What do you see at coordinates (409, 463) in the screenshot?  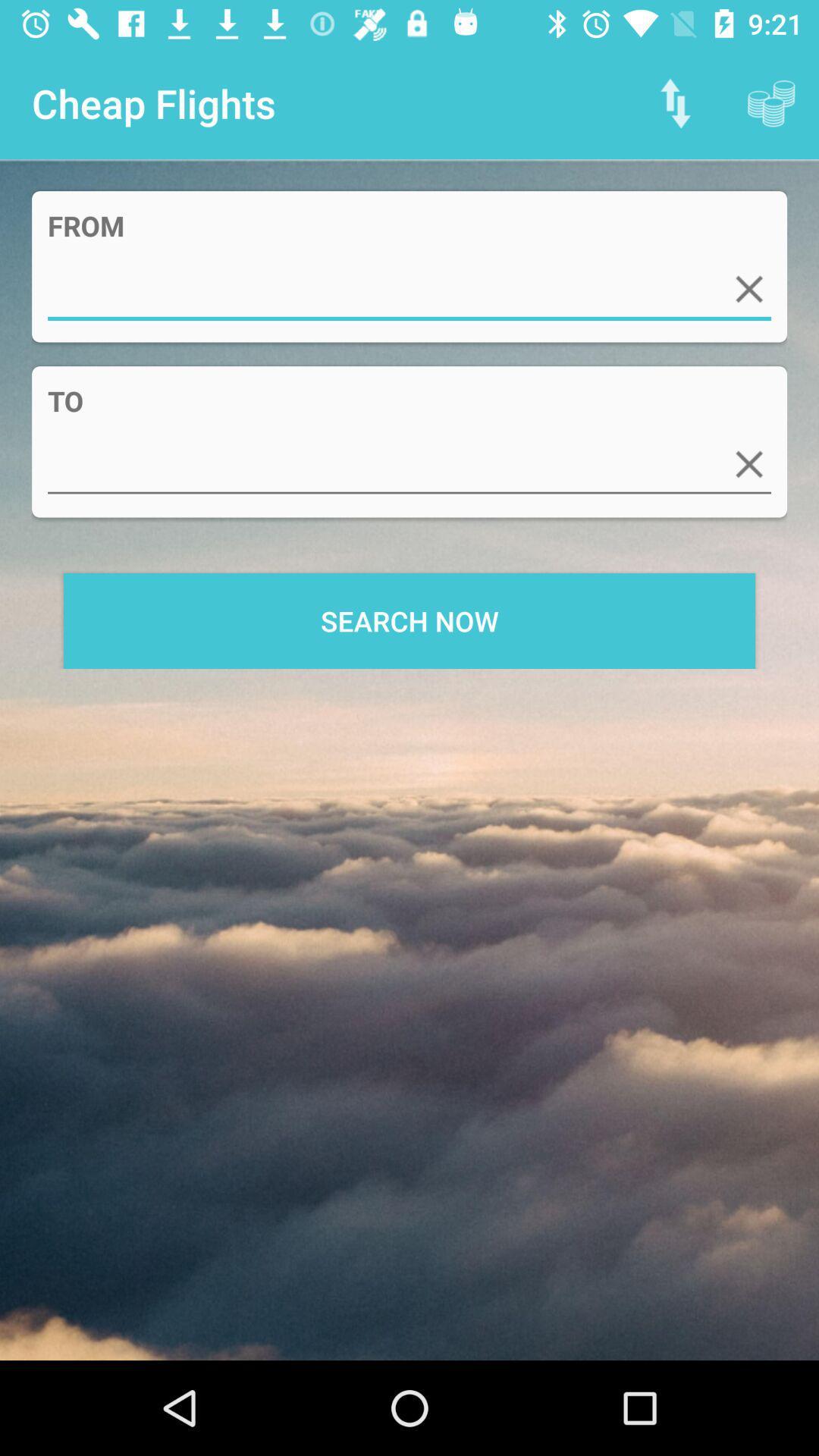 I see `destination` at bounding box center [409, 463].